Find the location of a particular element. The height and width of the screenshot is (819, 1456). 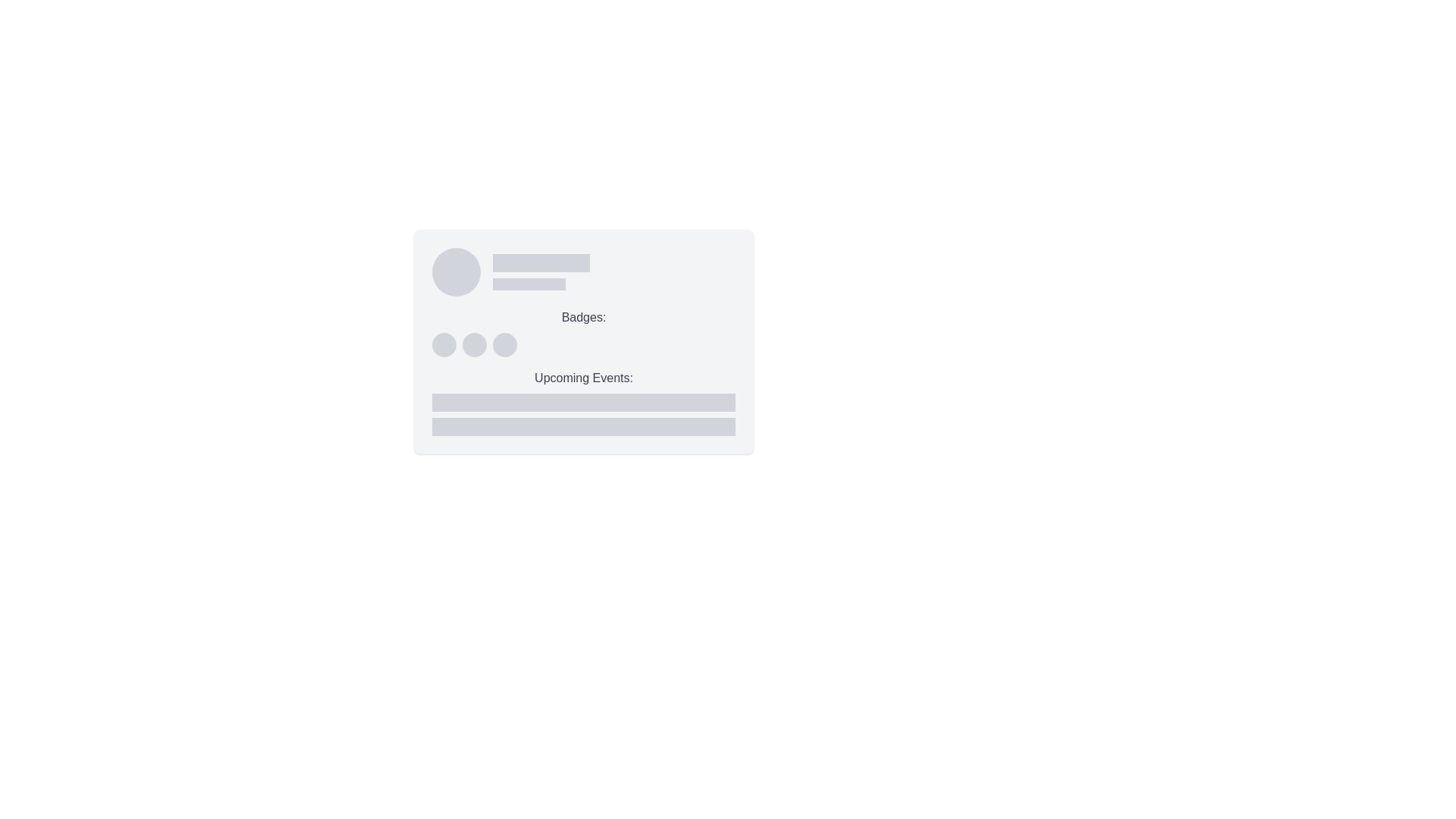

the static visual placeholder, which is a small rectangular shape with a gray background, positioned at the top of the group is located at coordinates (541, 262).